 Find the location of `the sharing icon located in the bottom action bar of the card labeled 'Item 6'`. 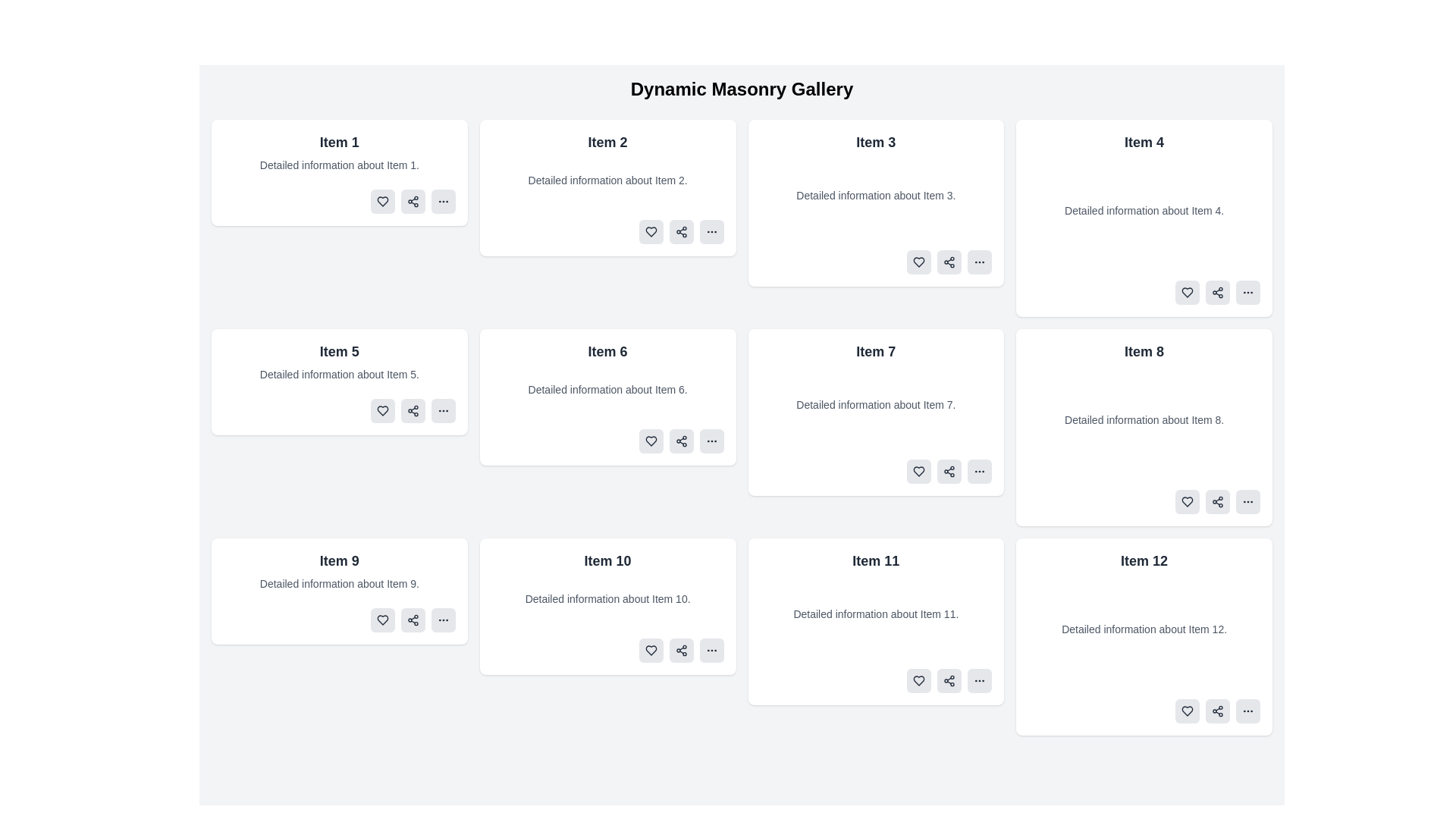

the sharing icon located in the bottom action bar of the card labeled 'Item 6' is located at coordinates (680, 441).